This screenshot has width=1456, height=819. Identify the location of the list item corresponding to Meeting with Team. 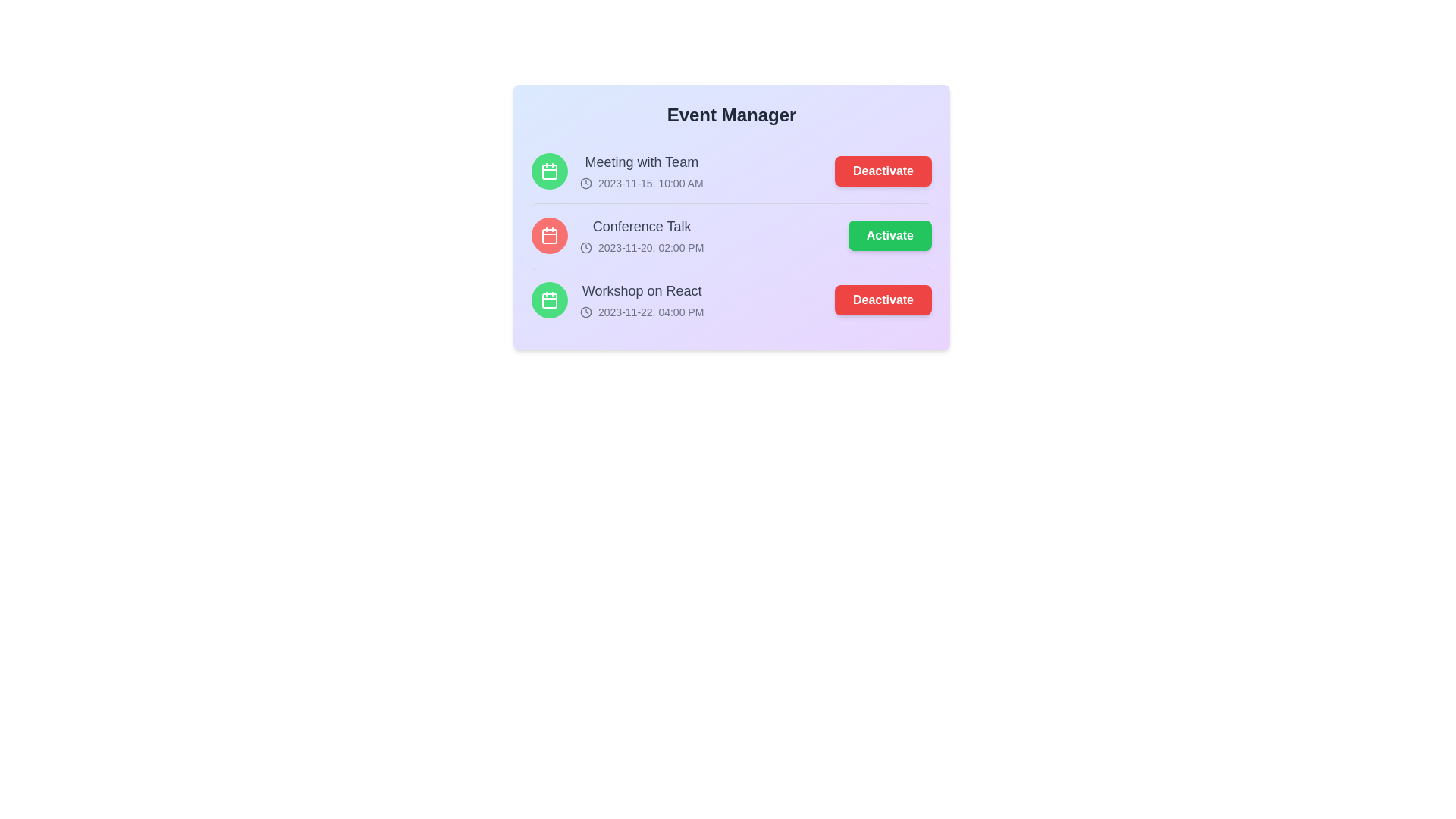
(731, 171).